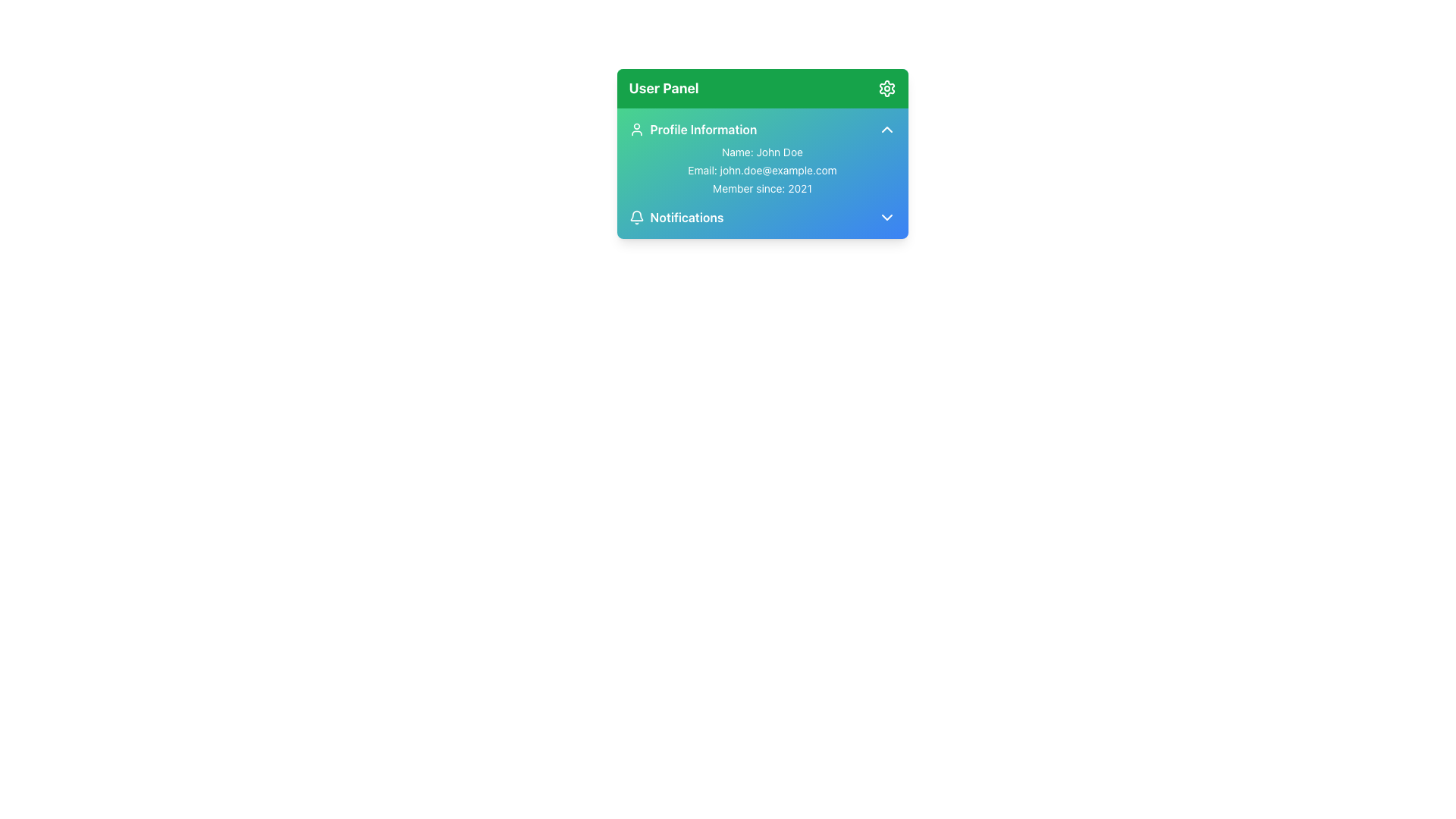  I want to click on the Text Label that describes the section containing user details, located near the top left of the gradient box, so click(702, 128).